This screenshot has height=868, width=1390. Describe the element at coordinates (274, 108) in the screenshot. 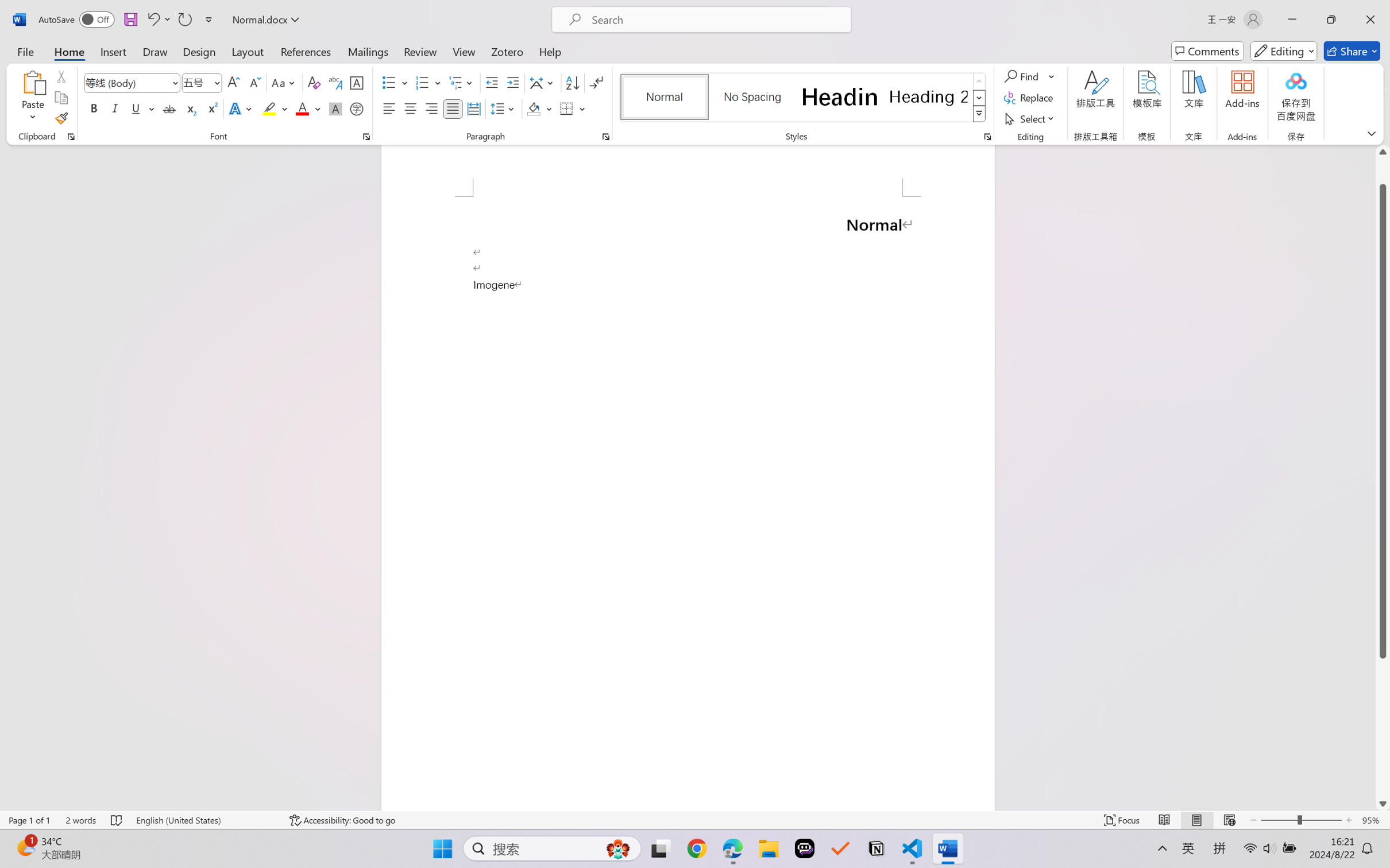

I see `'Text Highlight Color'` at that location.